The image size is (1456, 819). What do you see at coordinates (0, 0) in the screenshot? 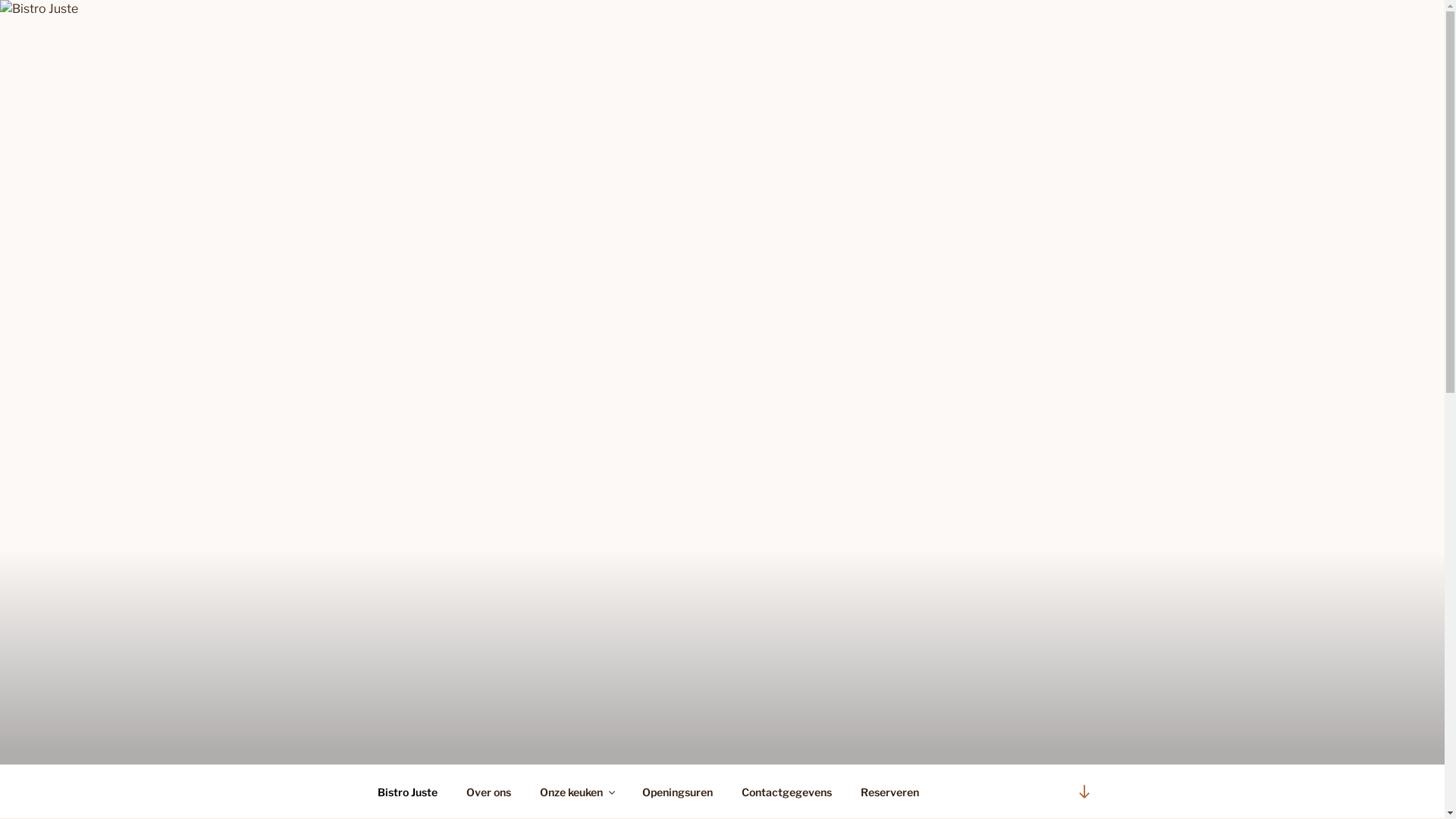
I see `'Naar de inhoud springen'` at bounding box center [0, 0].